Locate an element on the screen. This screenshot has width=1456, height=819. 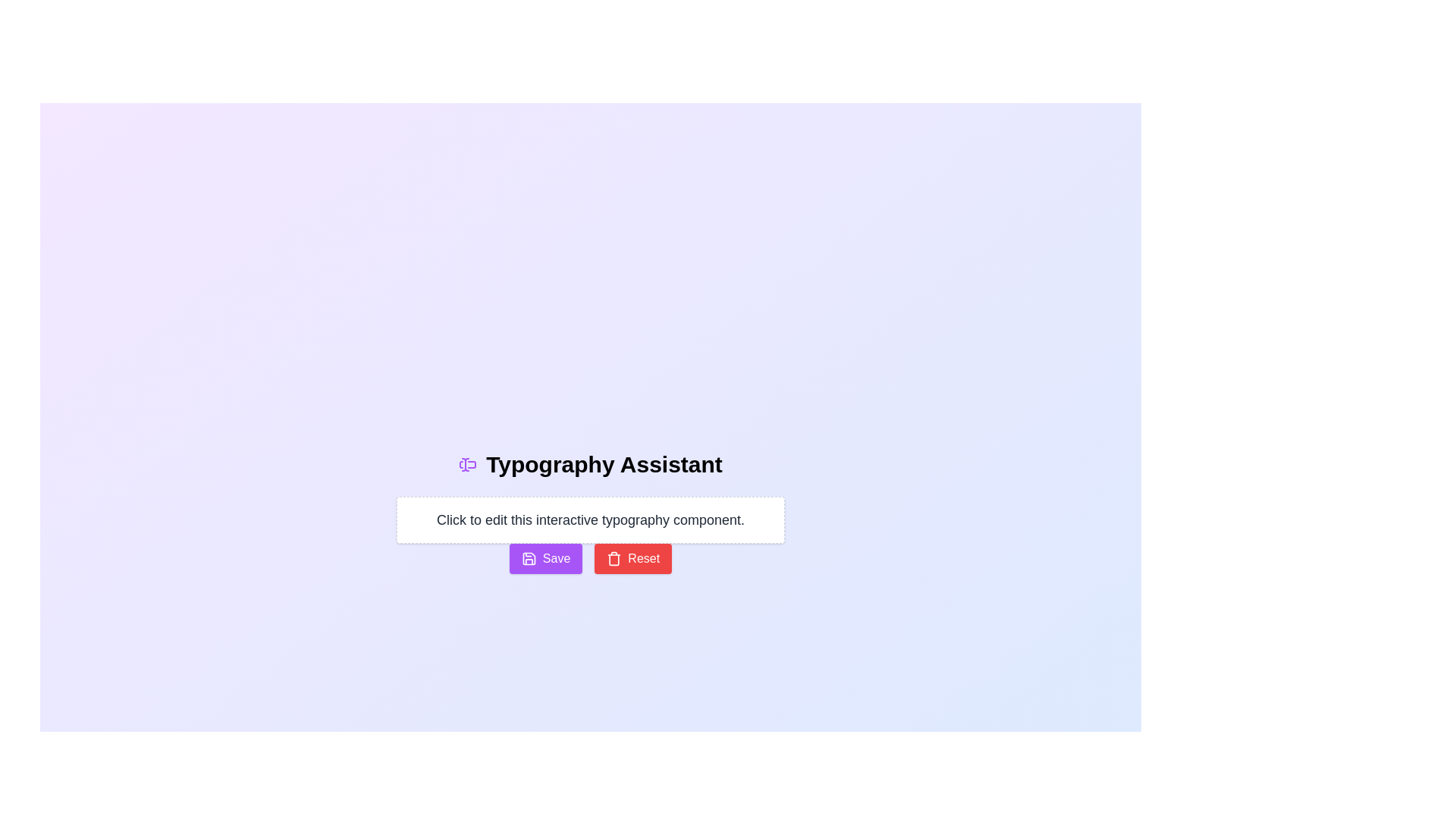
the purple abstract text cursor icon located to the left of the 'Typography Assistant' text in the header section is located at coordinates (467, 464).